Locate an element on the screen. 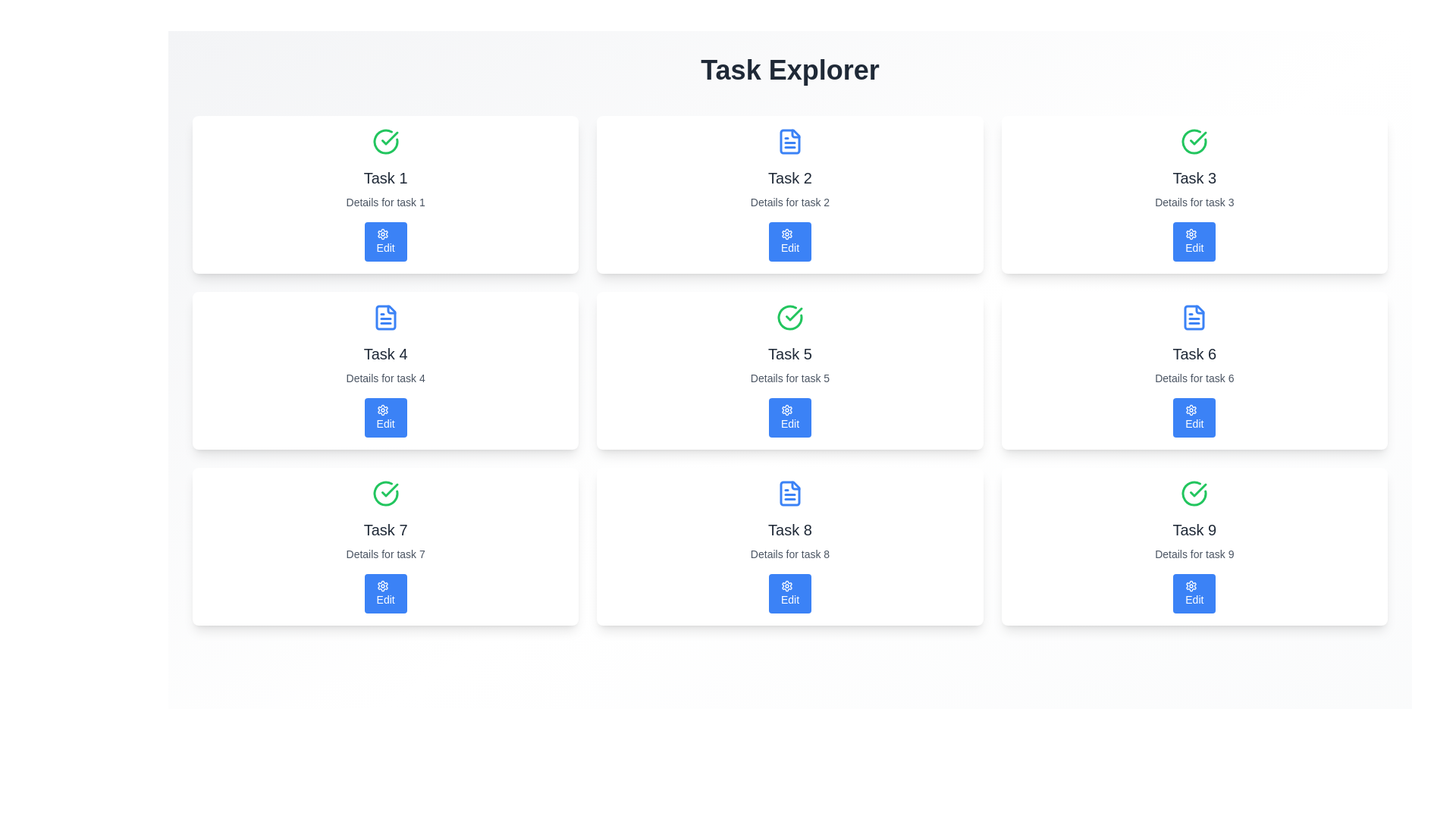 The image size is (1456, 819). the information represented by the checkmark icon within the circle, which indicates the completion status of 'Task 3' is located at coordinates (1197, 138).